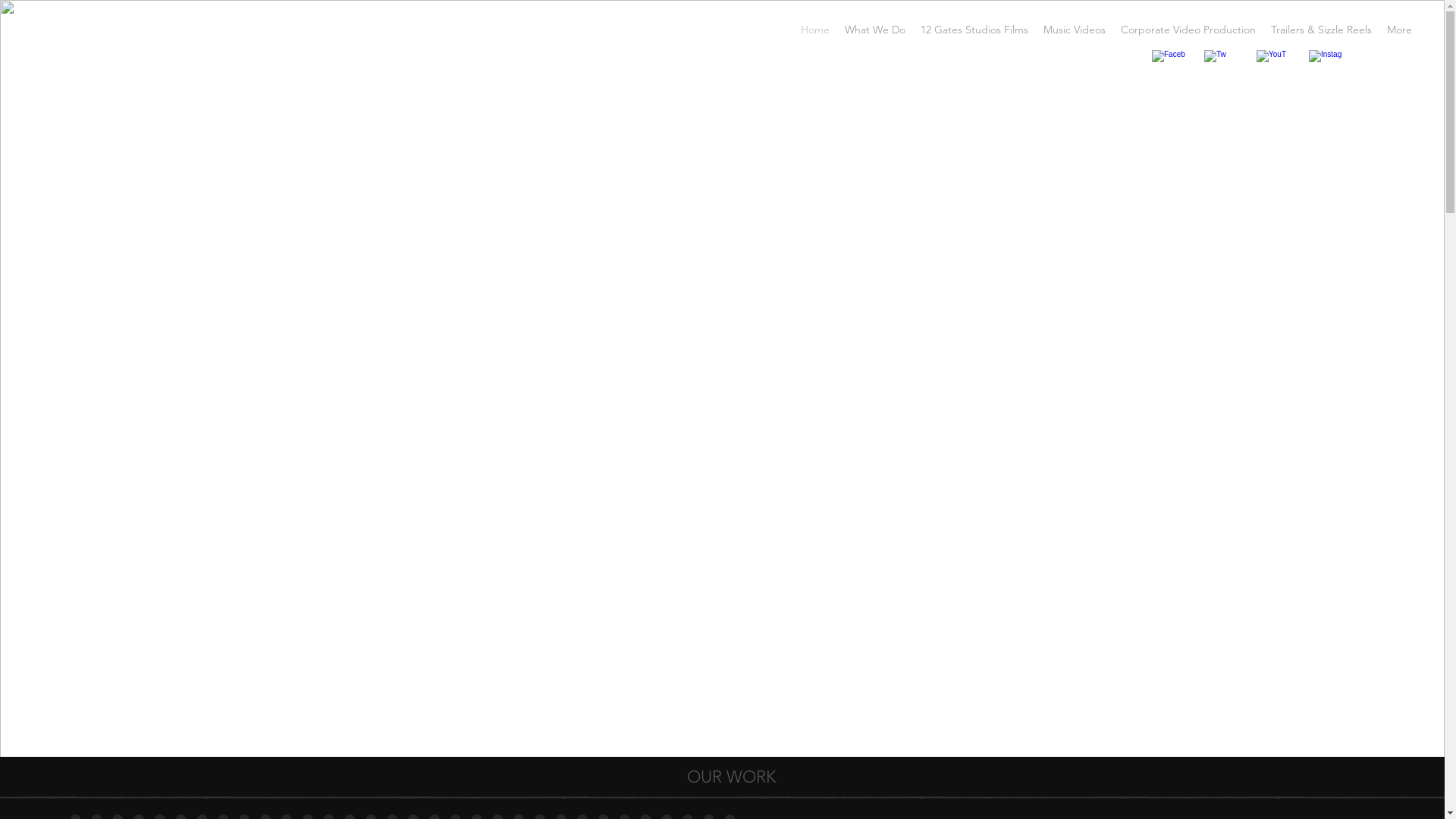 This screenshot has height=819, width=1456. What do you see at coordinates (1320, 29) in the screenshot?
I see `'Trailers & Sizzle Reels'` at bounding box center [1320, 29].